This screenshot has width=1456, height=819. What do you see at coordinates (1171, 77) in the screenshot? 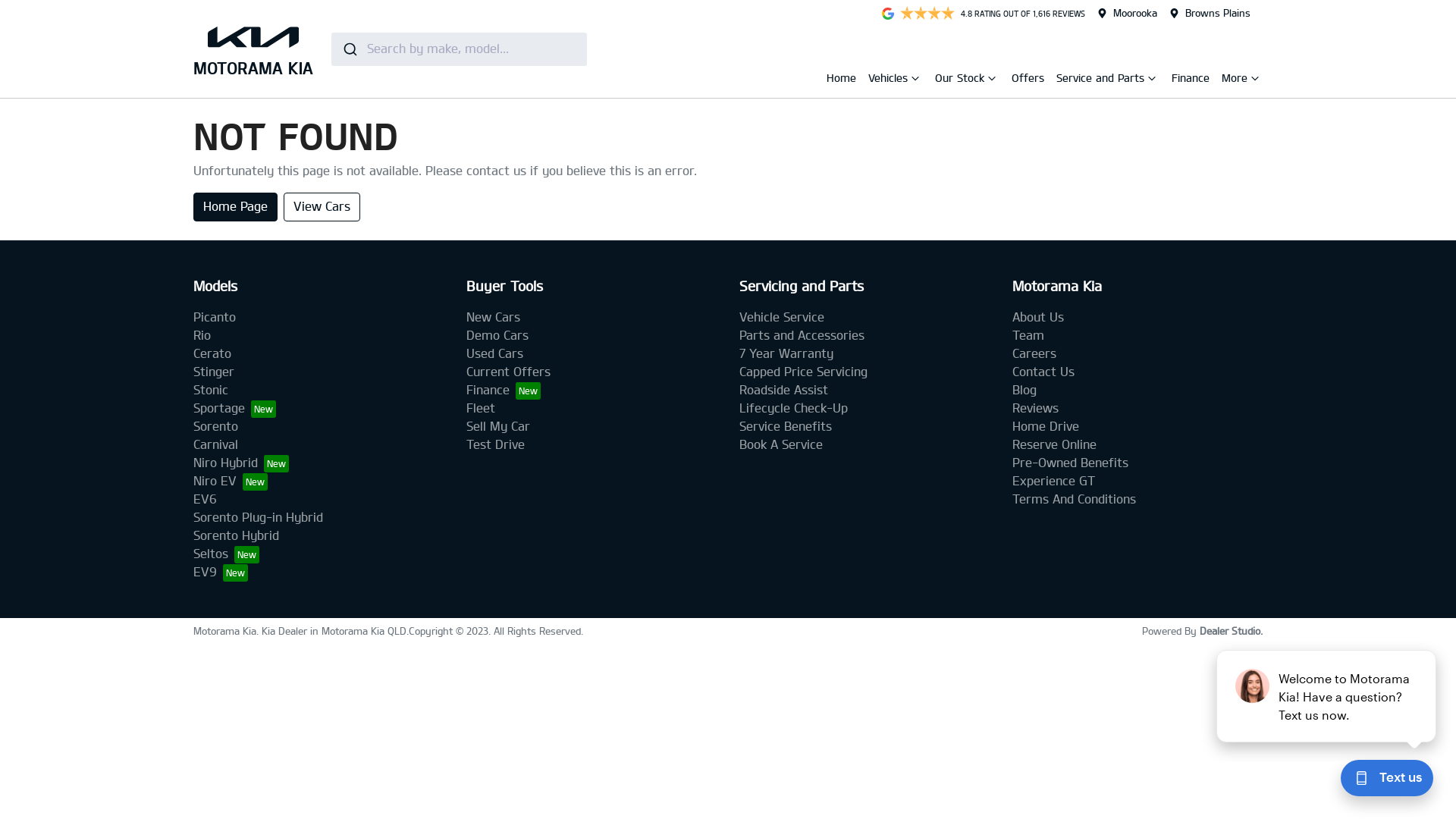
I see `'Finance'` at bounding box center [1171, 77].